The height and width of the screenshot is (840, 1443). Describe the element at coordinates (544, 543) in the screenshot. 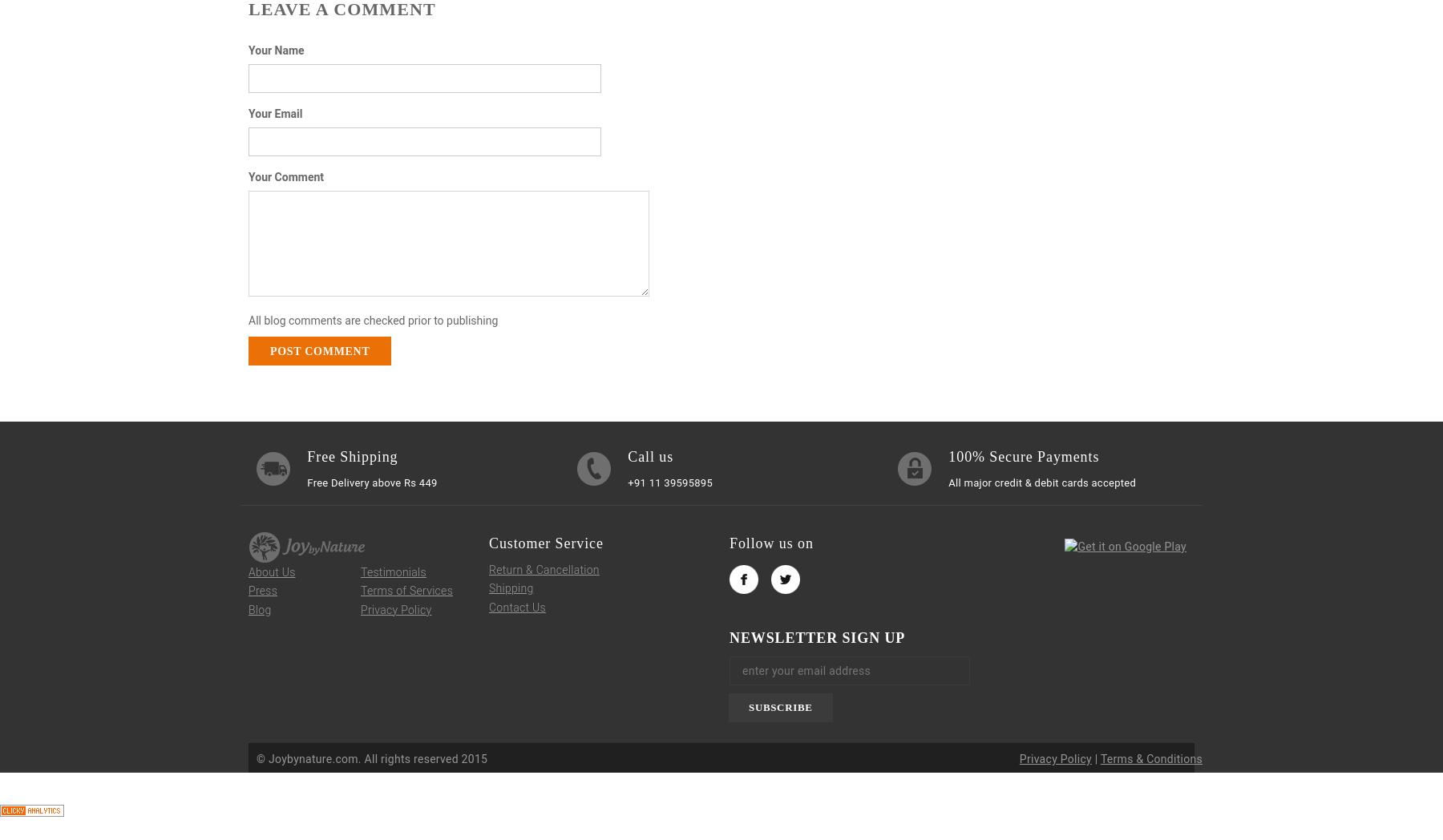

I see `'Customer Service'` at that location.